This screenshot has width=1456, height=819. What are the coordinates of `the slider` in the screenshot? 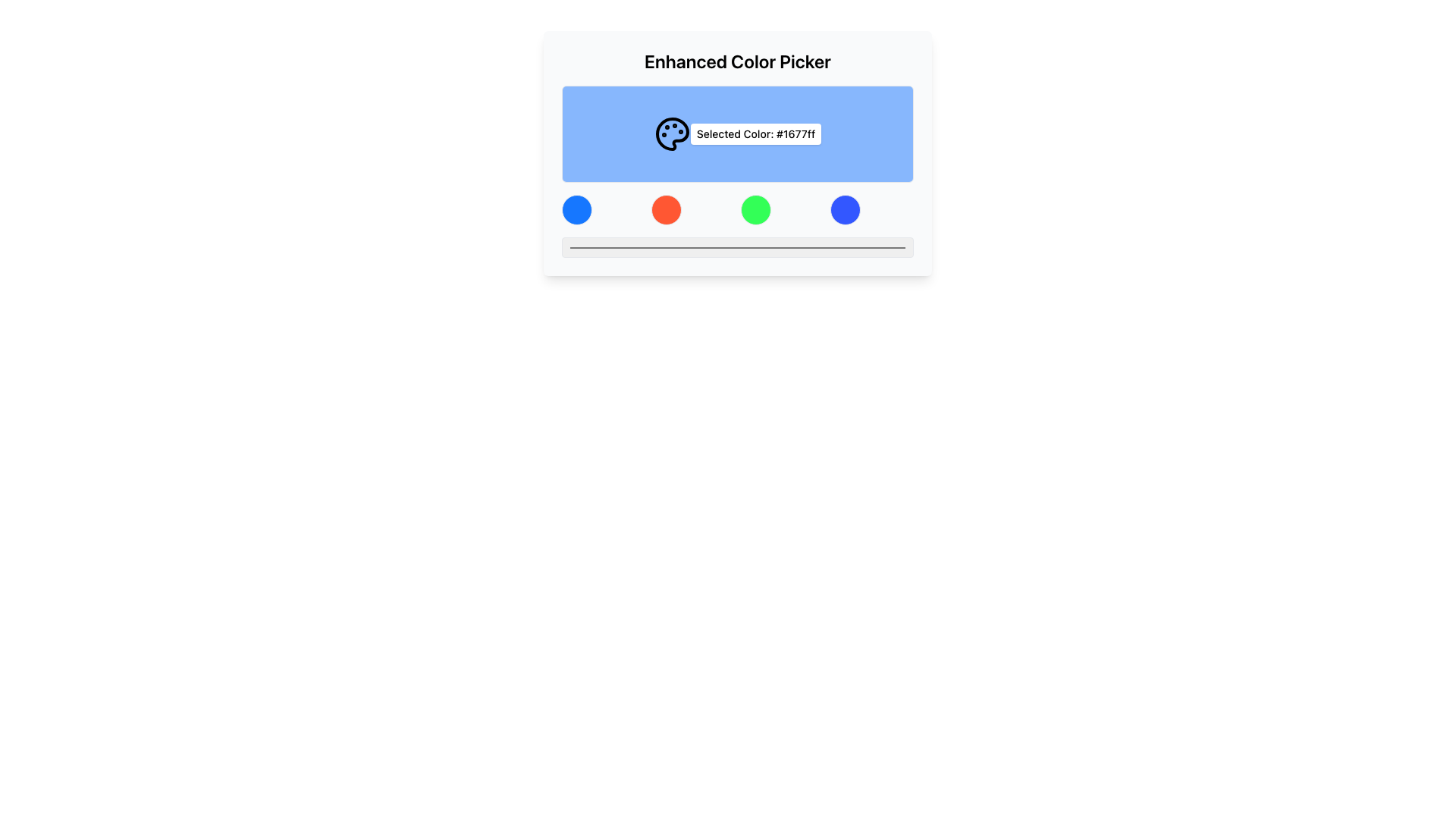 It's located at (789, 246).